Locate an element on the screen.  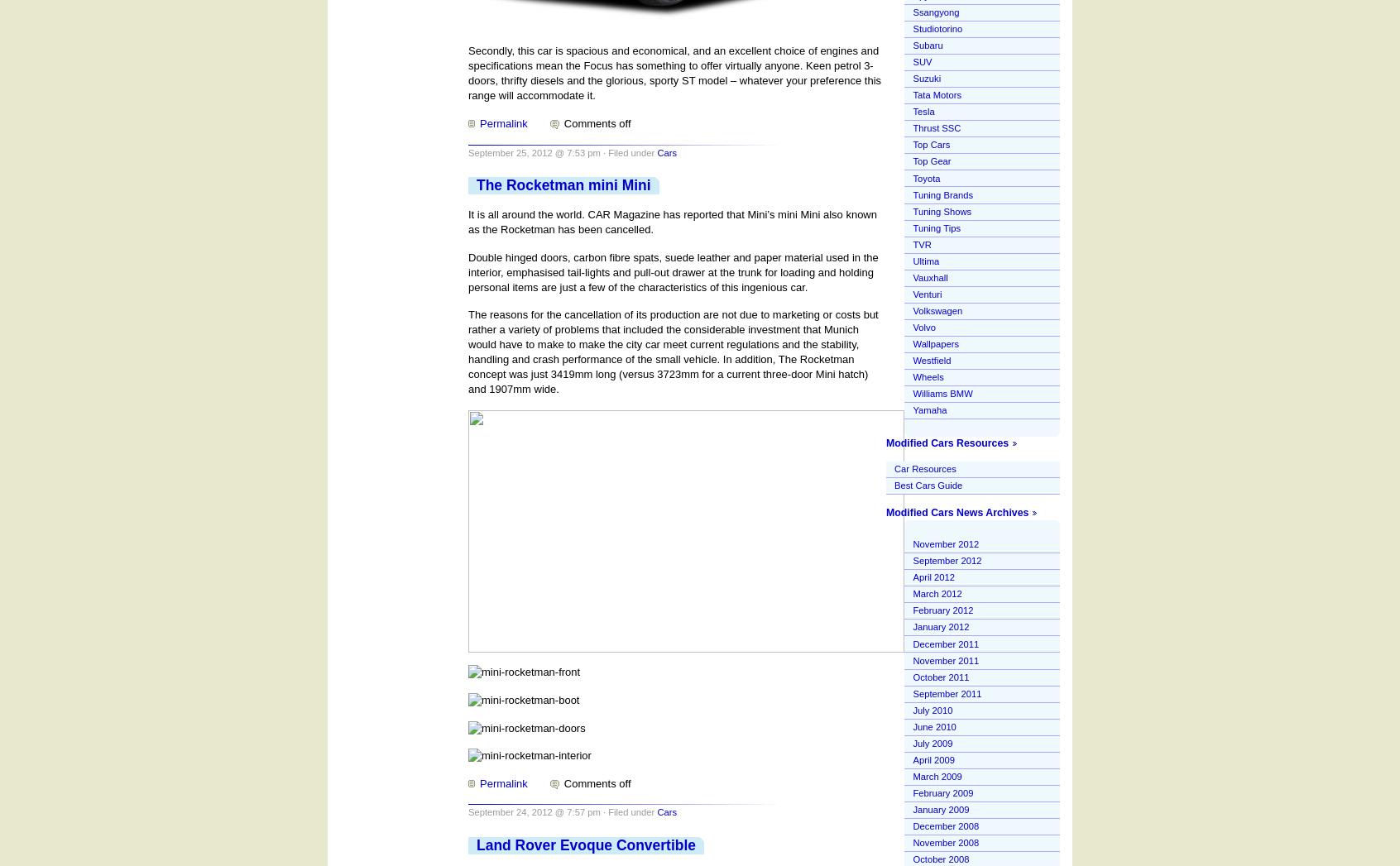
'Ssangyong' is located at coordinates (913, 11).